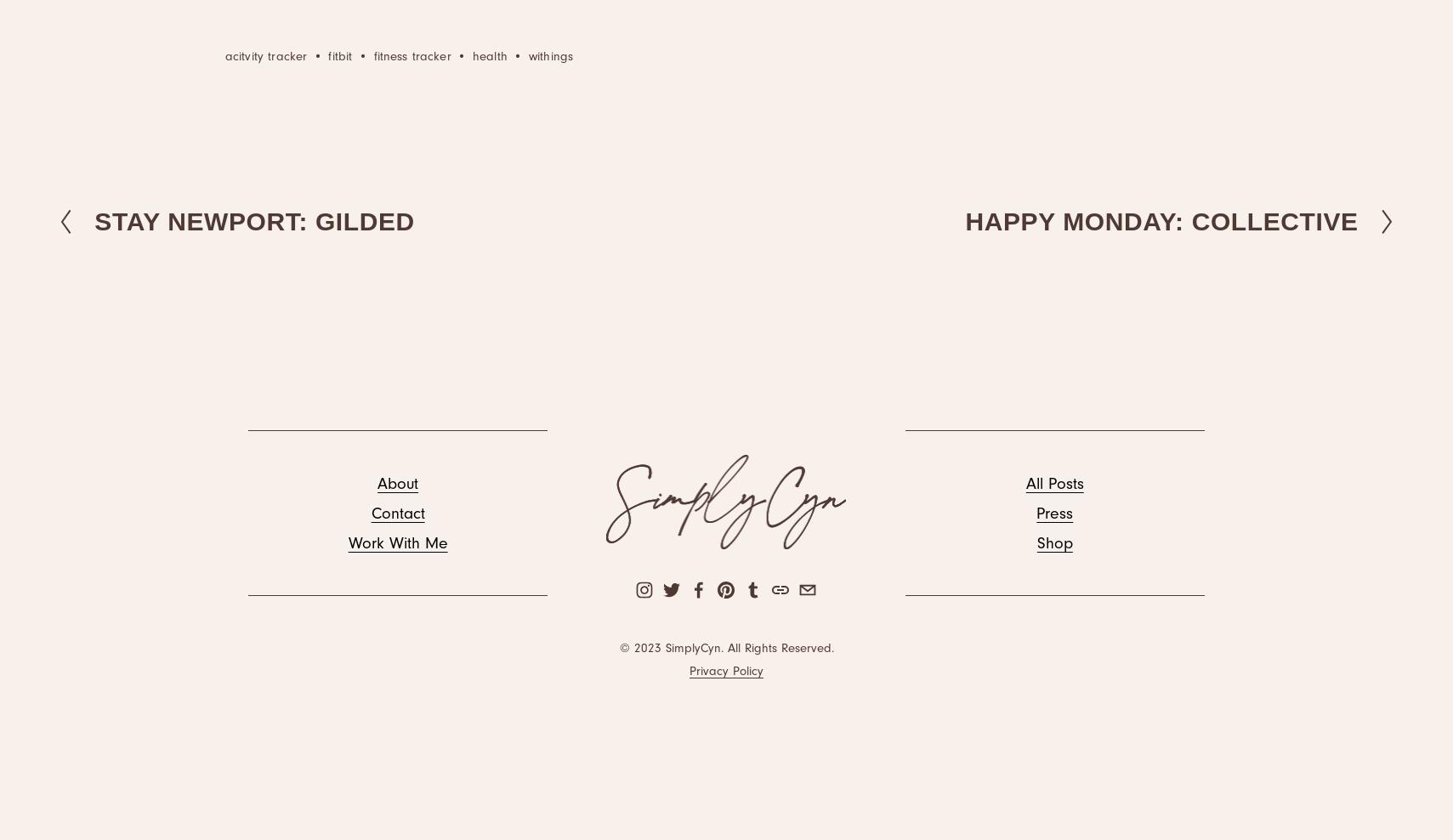 The image size is (1453, 840). Describe the element at coordinates (253, 219) in the screenshot. I see `'STAY NEWPORT: GILDED'` at that location.